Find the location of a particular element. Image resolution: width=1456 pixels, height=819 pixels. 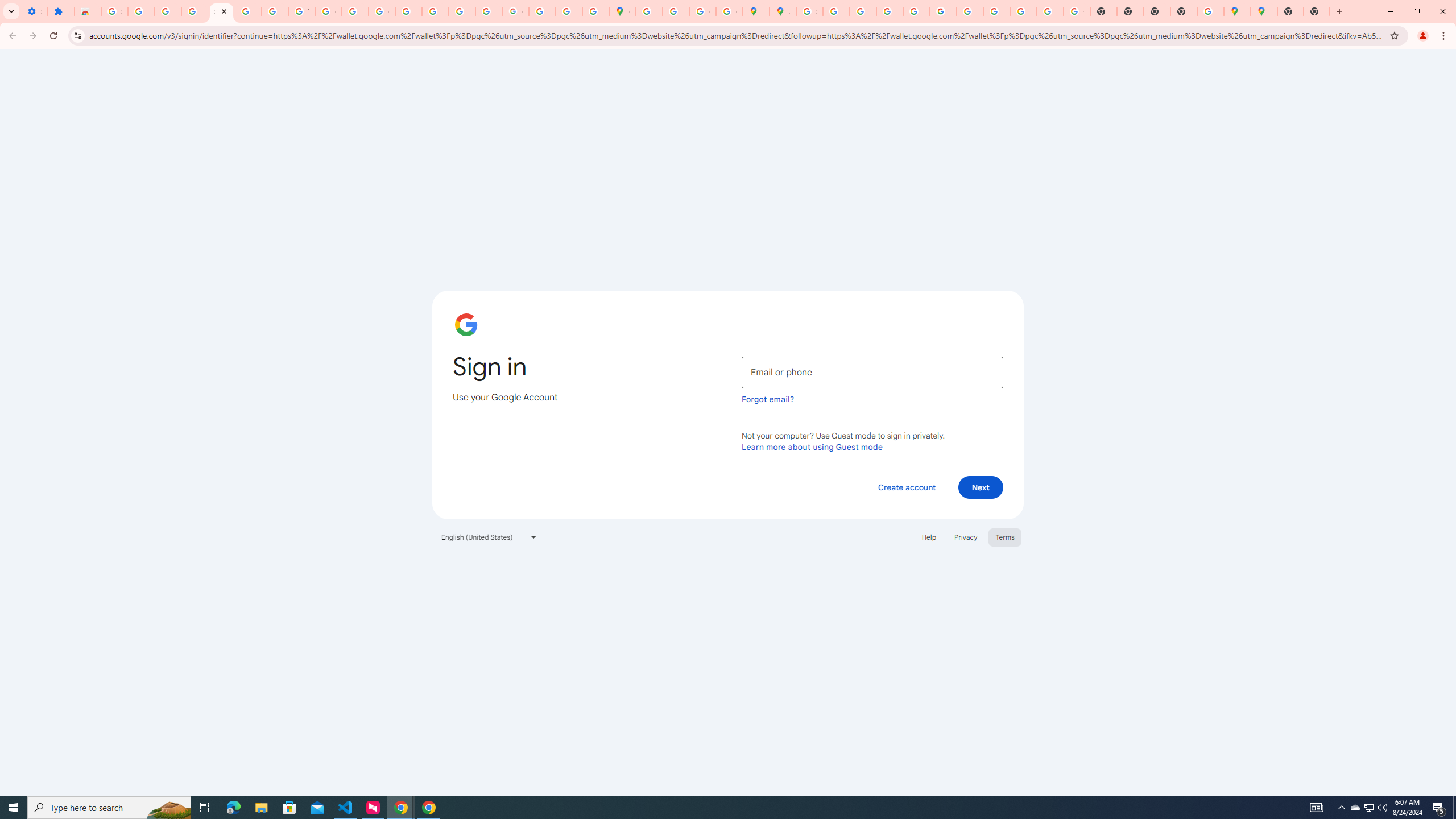

'Reviews: Helix Fruit Jump Arcade Game' is located at coordinates (88, 11).